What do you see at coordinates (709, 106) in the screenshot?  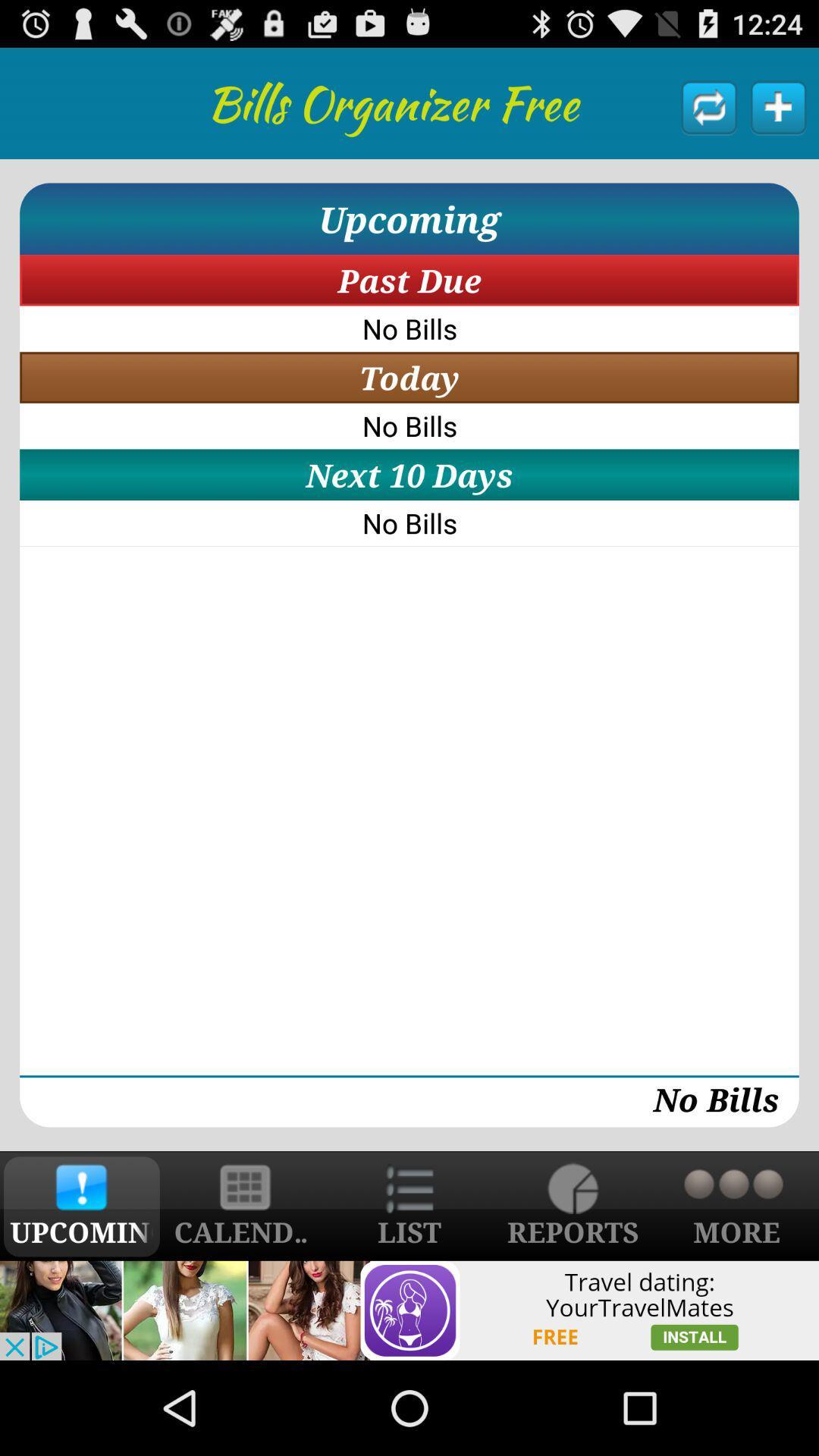 I see `click refresh button` at bounding box center [709, 106].